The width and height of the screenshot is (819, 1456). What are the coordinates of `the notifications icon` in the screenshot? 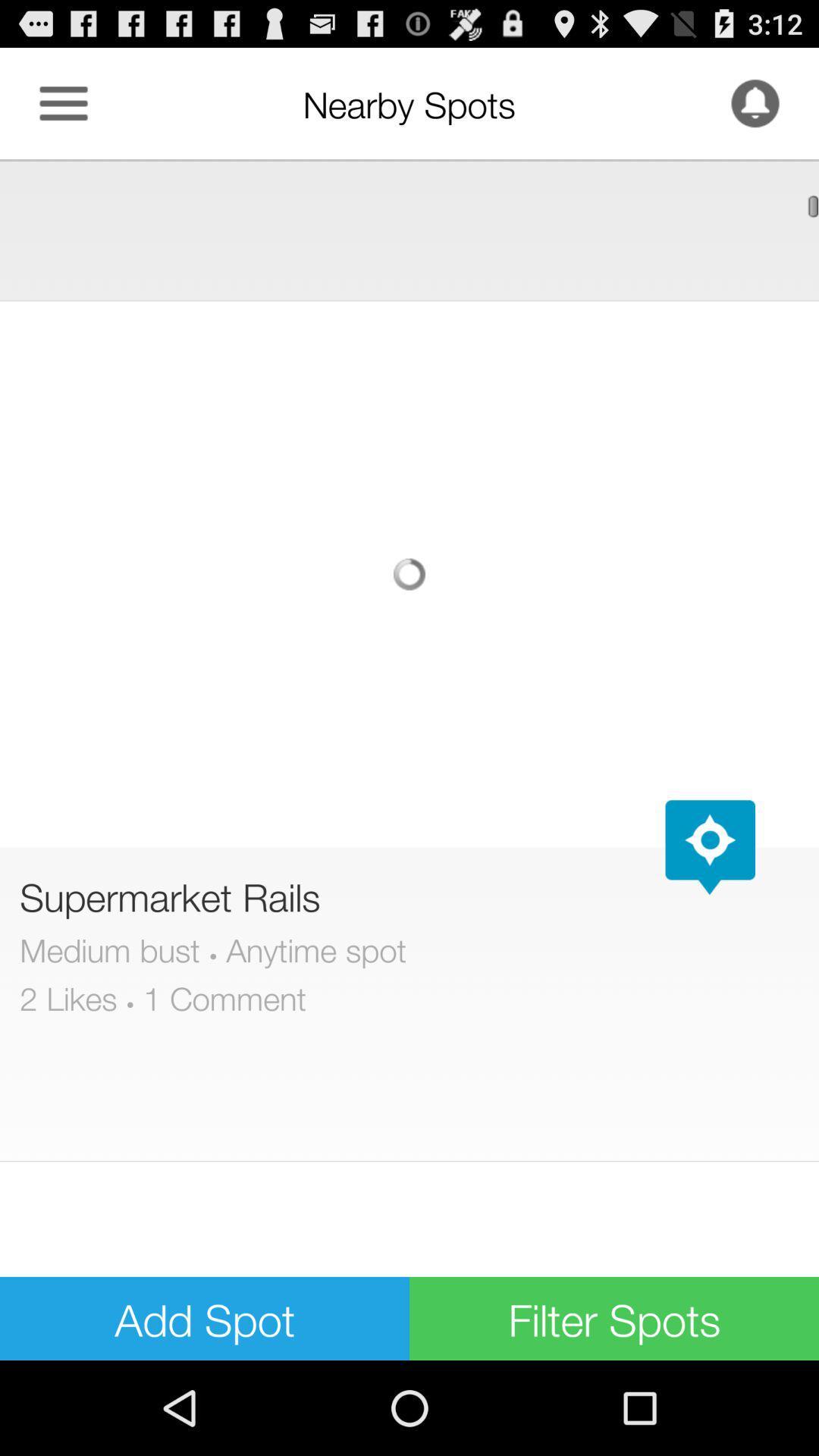 It's located at (755, 110).